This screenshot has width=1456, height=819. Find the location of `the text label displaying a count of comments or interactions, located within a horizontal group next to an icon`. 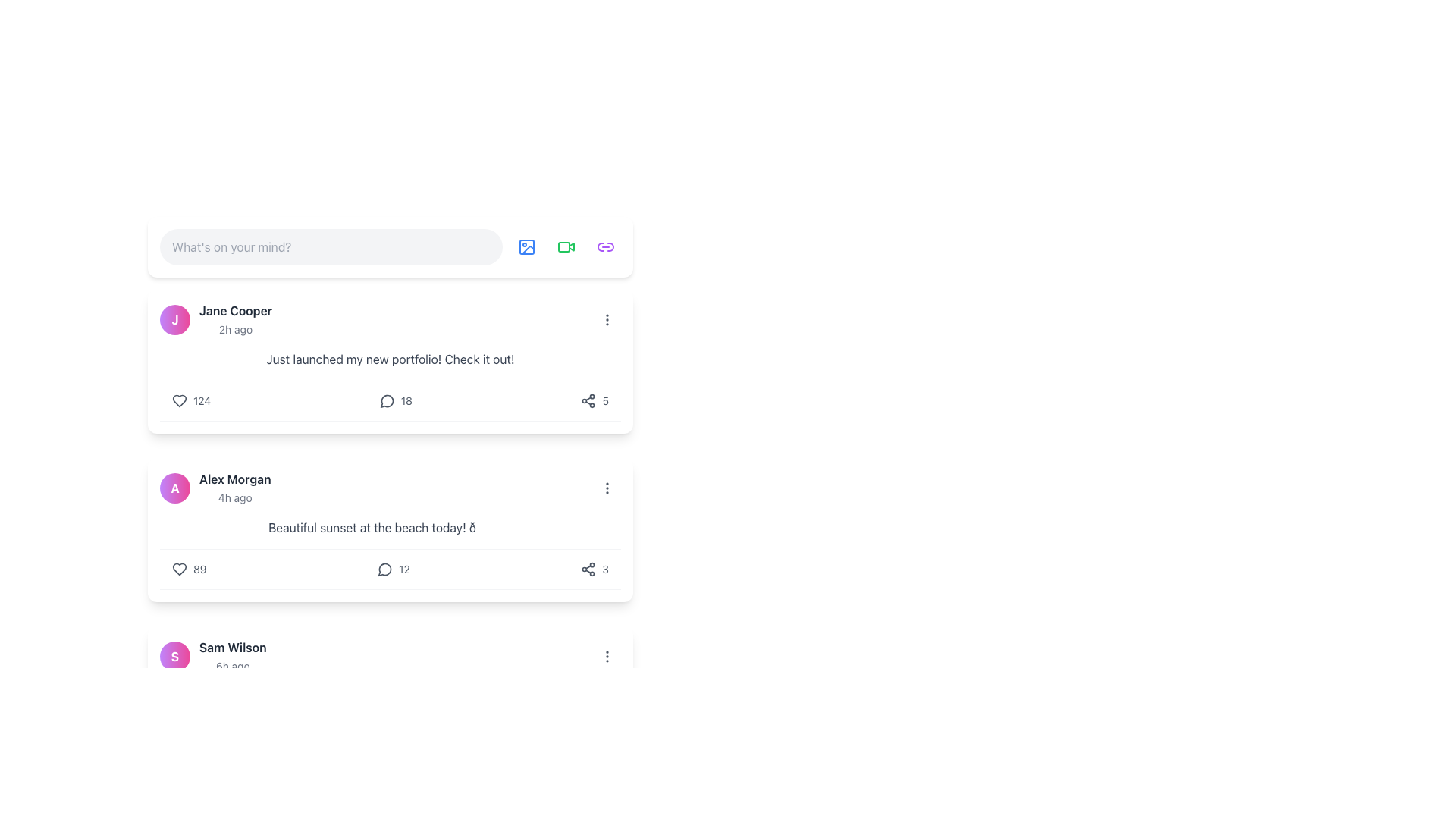

the text label displaying a count of comments or interactions, located within a horizontal group next to an icon is located at coordinates (404, 570).